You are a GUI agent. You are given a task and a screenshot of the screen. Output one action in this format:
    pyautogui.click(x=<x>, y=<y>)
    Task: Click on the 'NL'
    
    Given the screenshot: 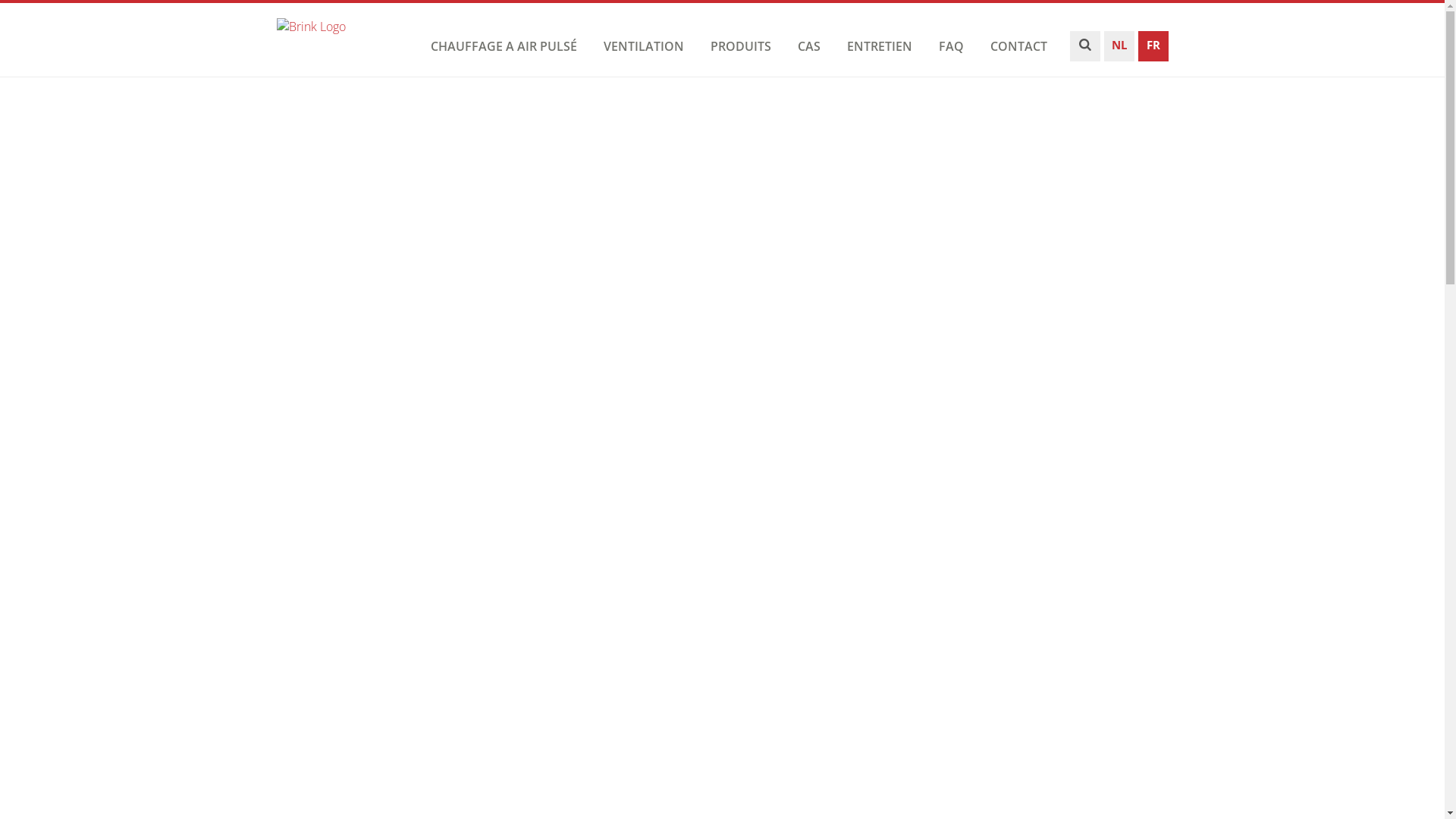 What is the action you would take?
    pyautogui.click(x=1103, y=49)
    